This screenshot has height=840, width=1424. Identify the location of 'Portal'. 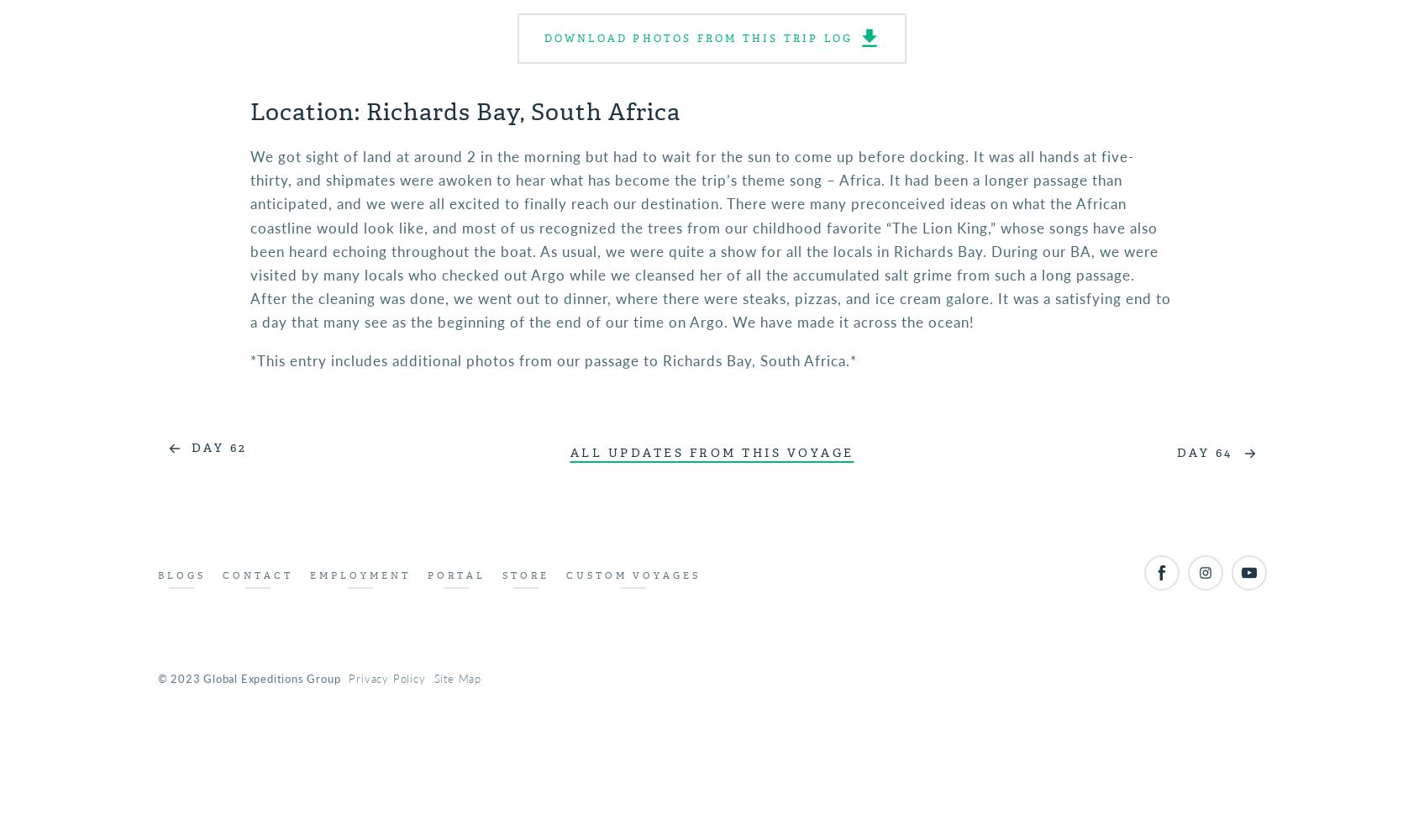
(455, 575).